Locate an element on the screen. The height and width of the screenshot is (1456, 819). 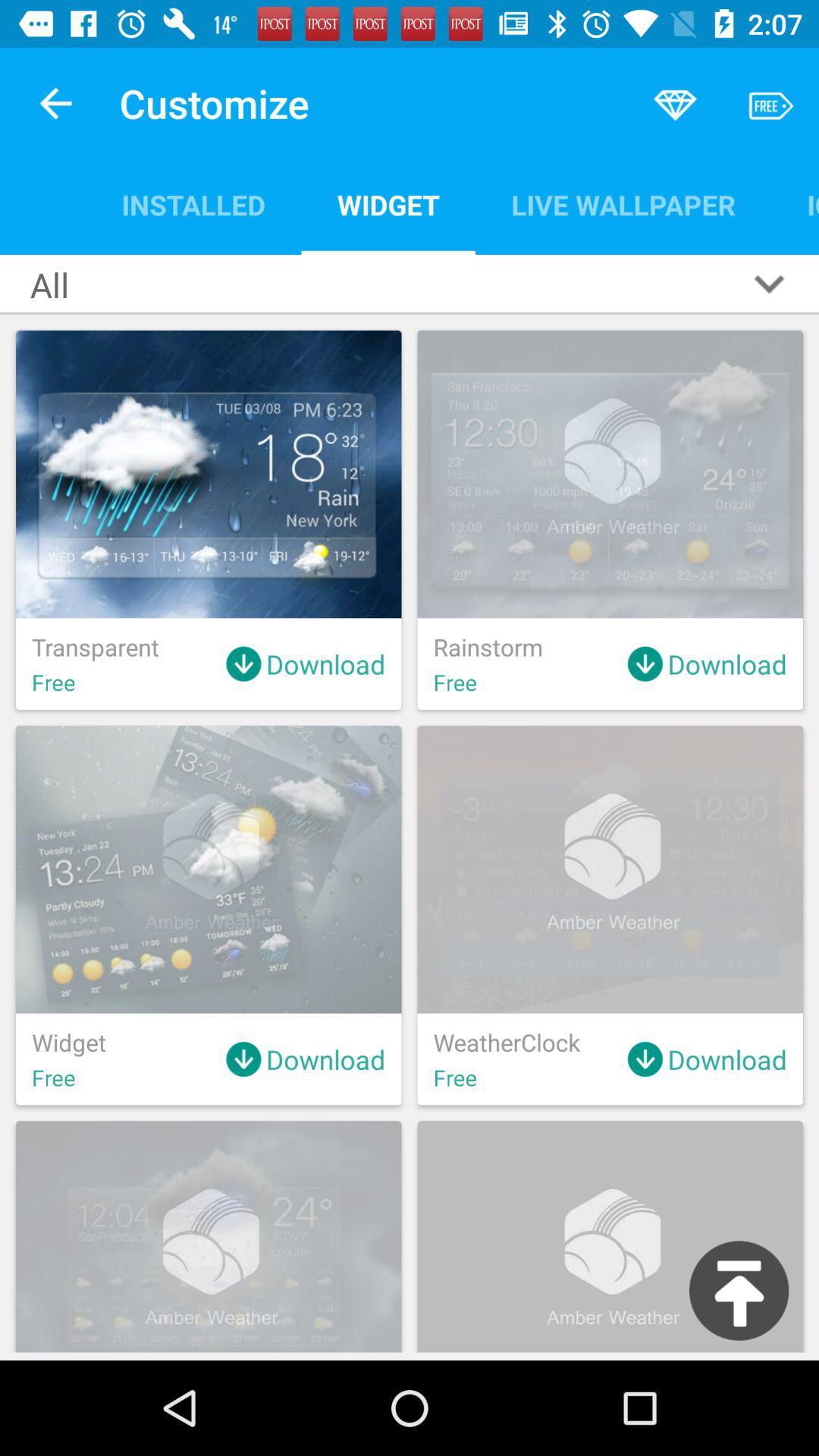
icon next to widget item is located at coordinates (623, 204).